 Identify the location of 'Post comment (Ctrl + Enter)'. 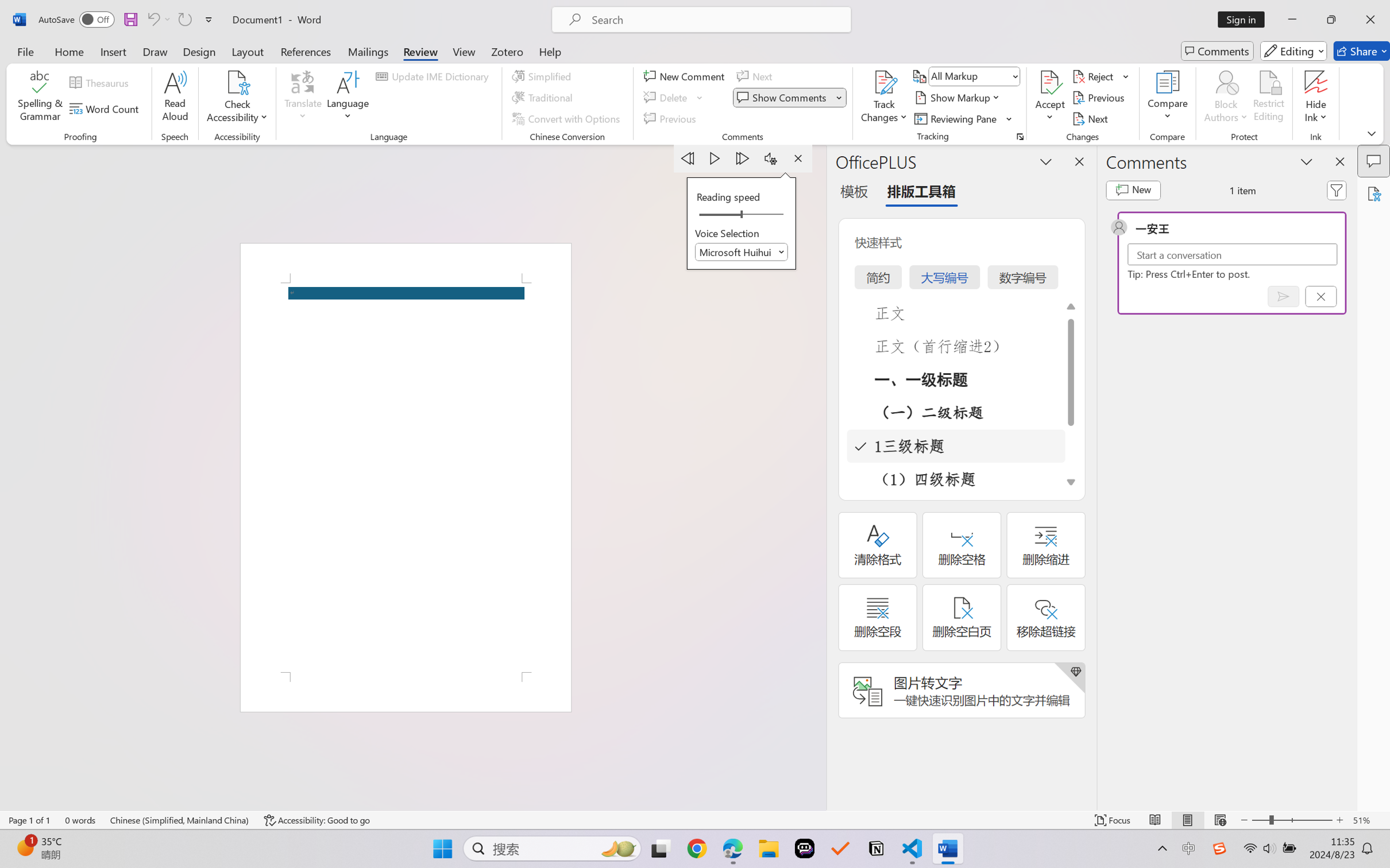
(1283, 296).